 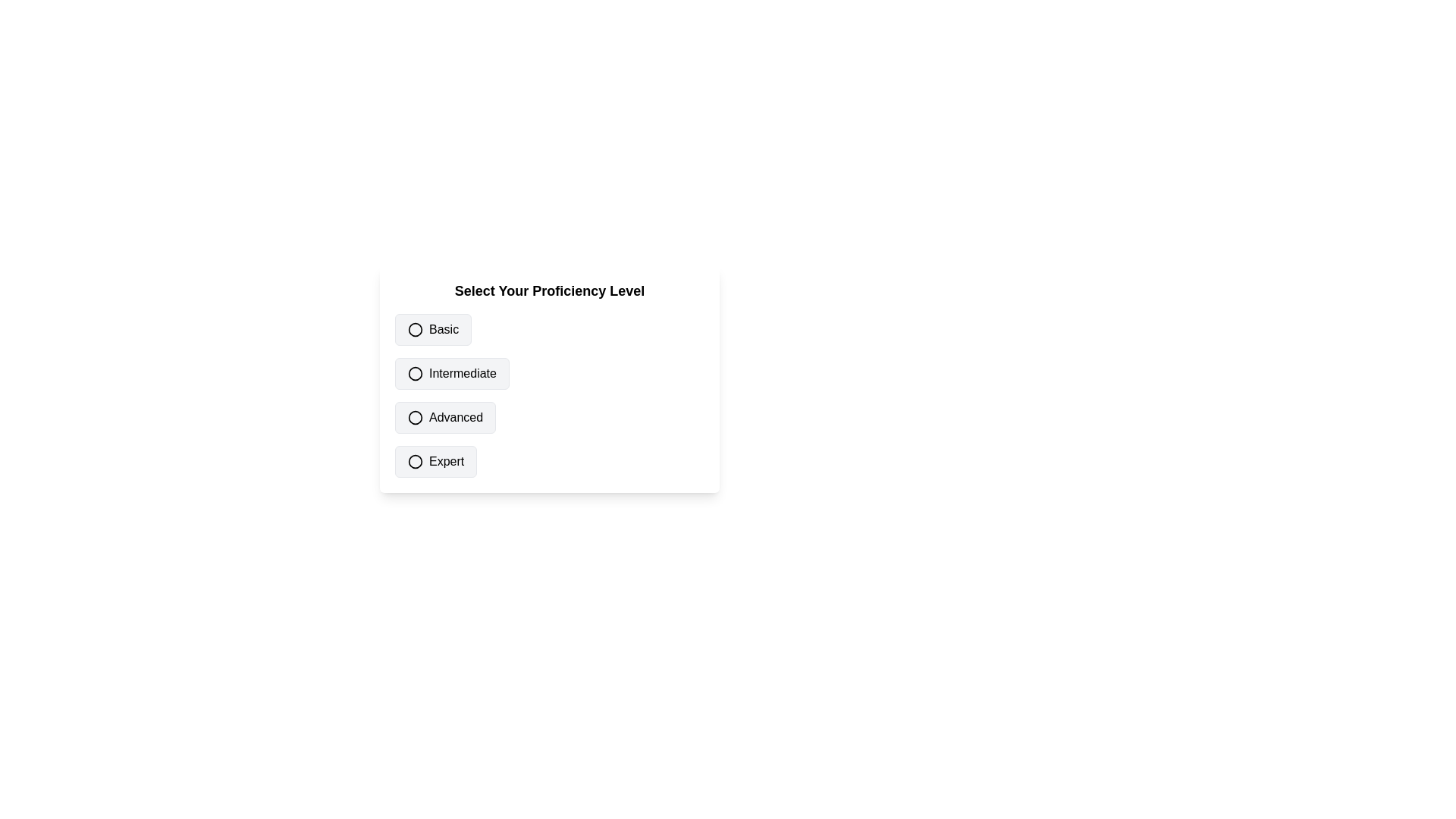 What do you see at coordinates (455, 418) in the screenshot?
I see `the text label displaying 'Advanced', which is positioned to the right of a circular icon in the third option of a vertical list of proficiency levels` at bounding box center [455, 418].